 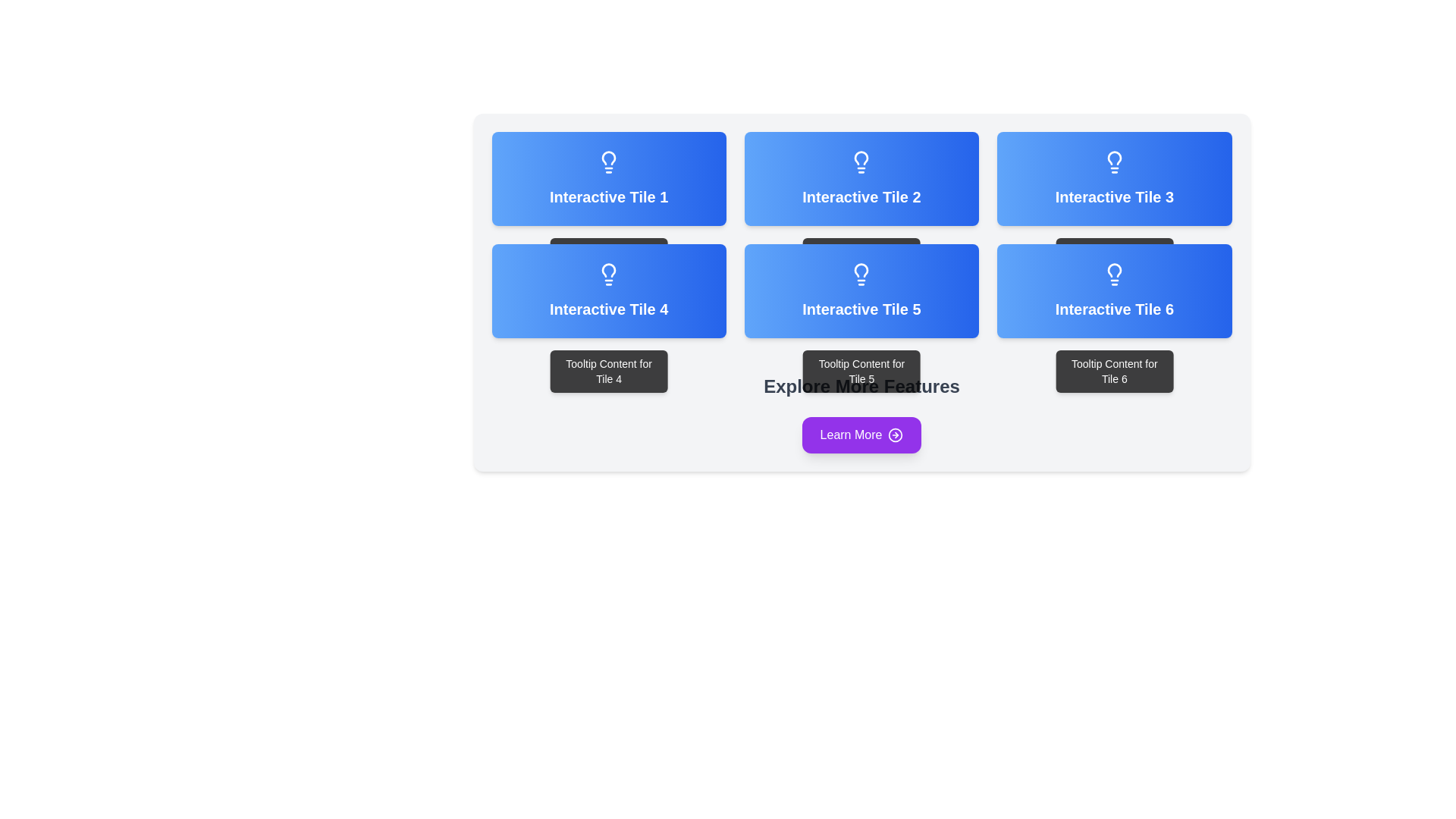 What do you see at coordinates (896, 435) in the screenshot?
I see `the circular icon with a right-pointing arrow, styled in white with a purple background, located to the right of the 'Learn More' button text` at bounding box center [896, 435].